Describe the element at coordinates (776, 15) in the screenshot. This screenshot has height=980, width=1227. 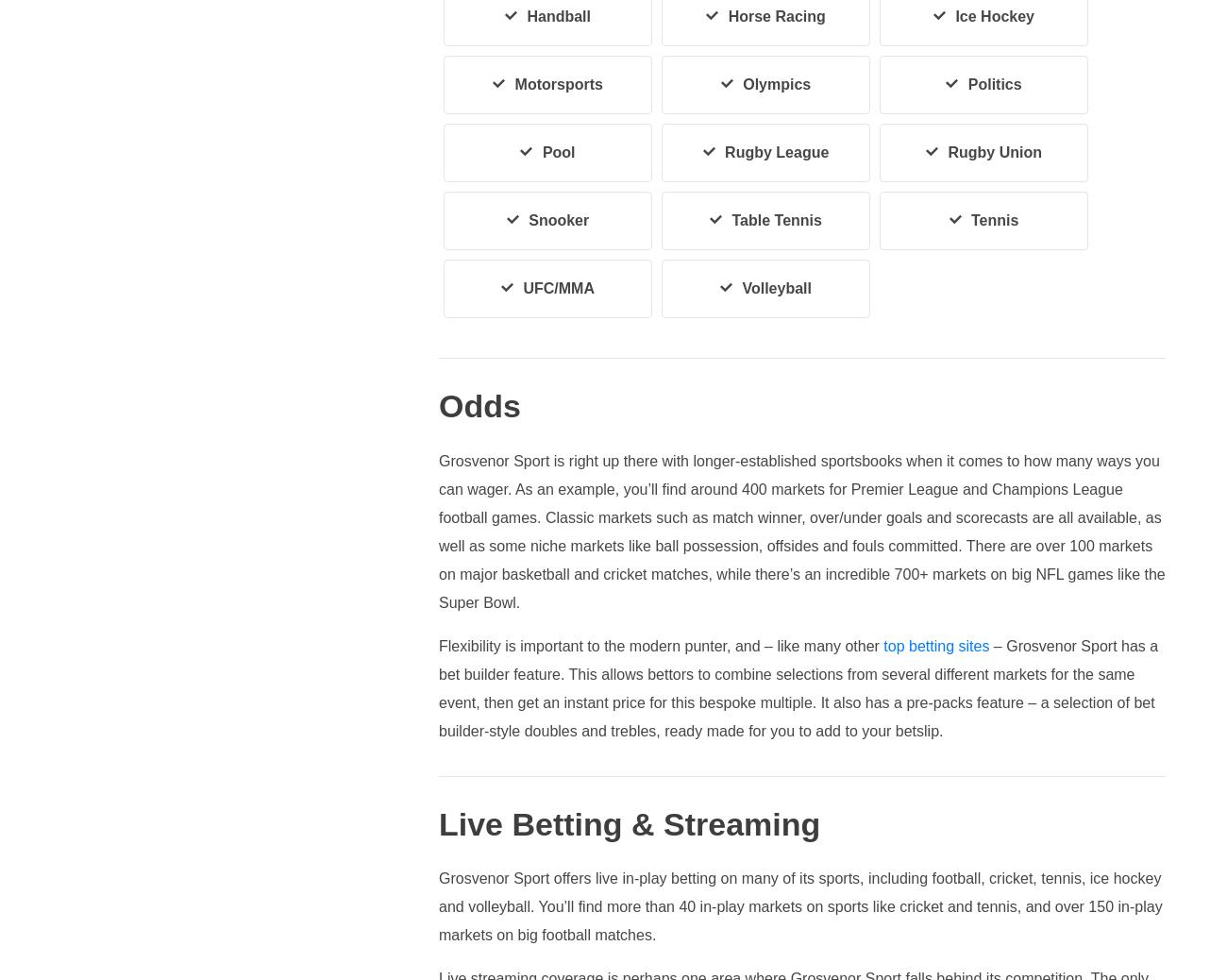
I see `'Horse Racing'` at that location.